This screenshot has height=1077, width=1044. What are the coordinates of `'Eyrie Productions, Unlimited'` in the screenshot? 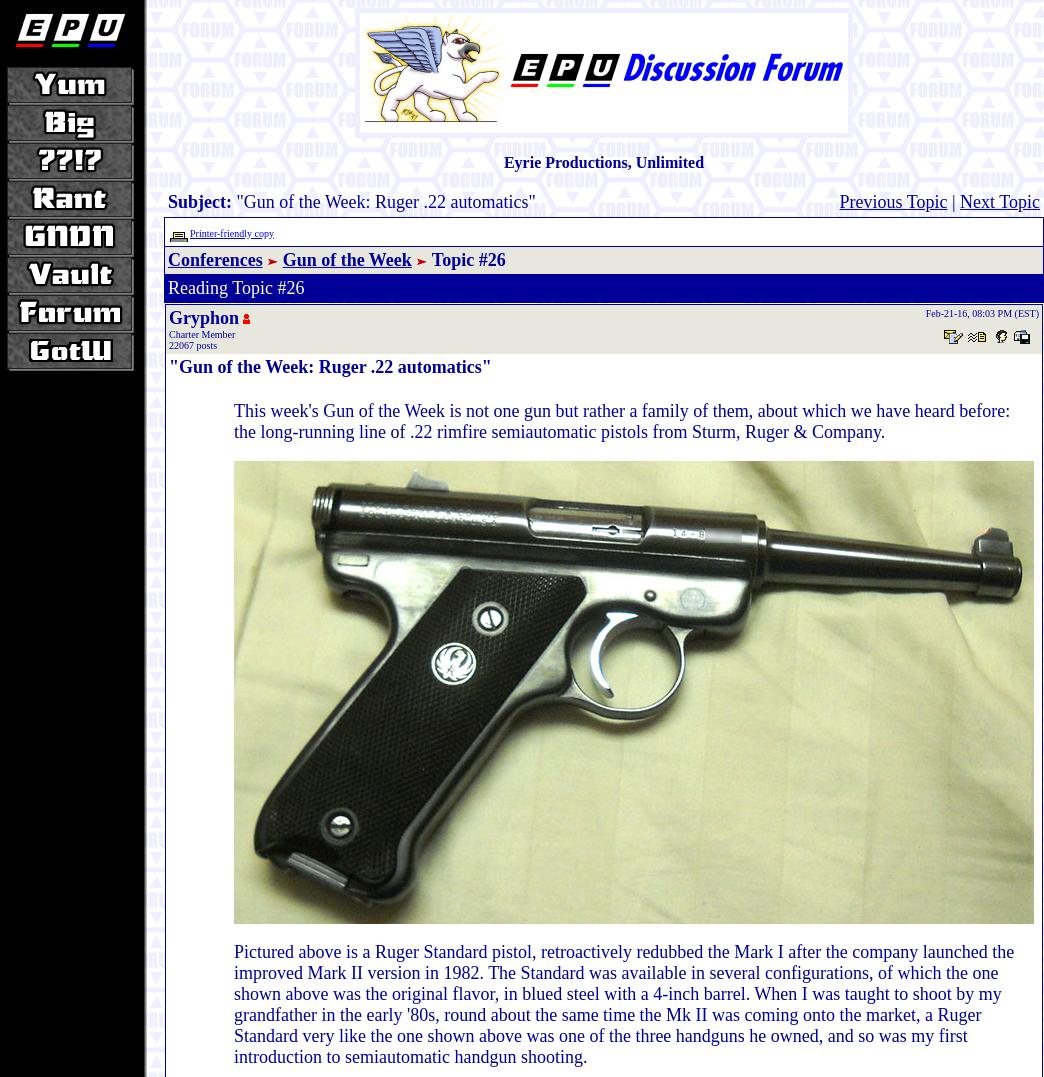 It's located at (603, 162).